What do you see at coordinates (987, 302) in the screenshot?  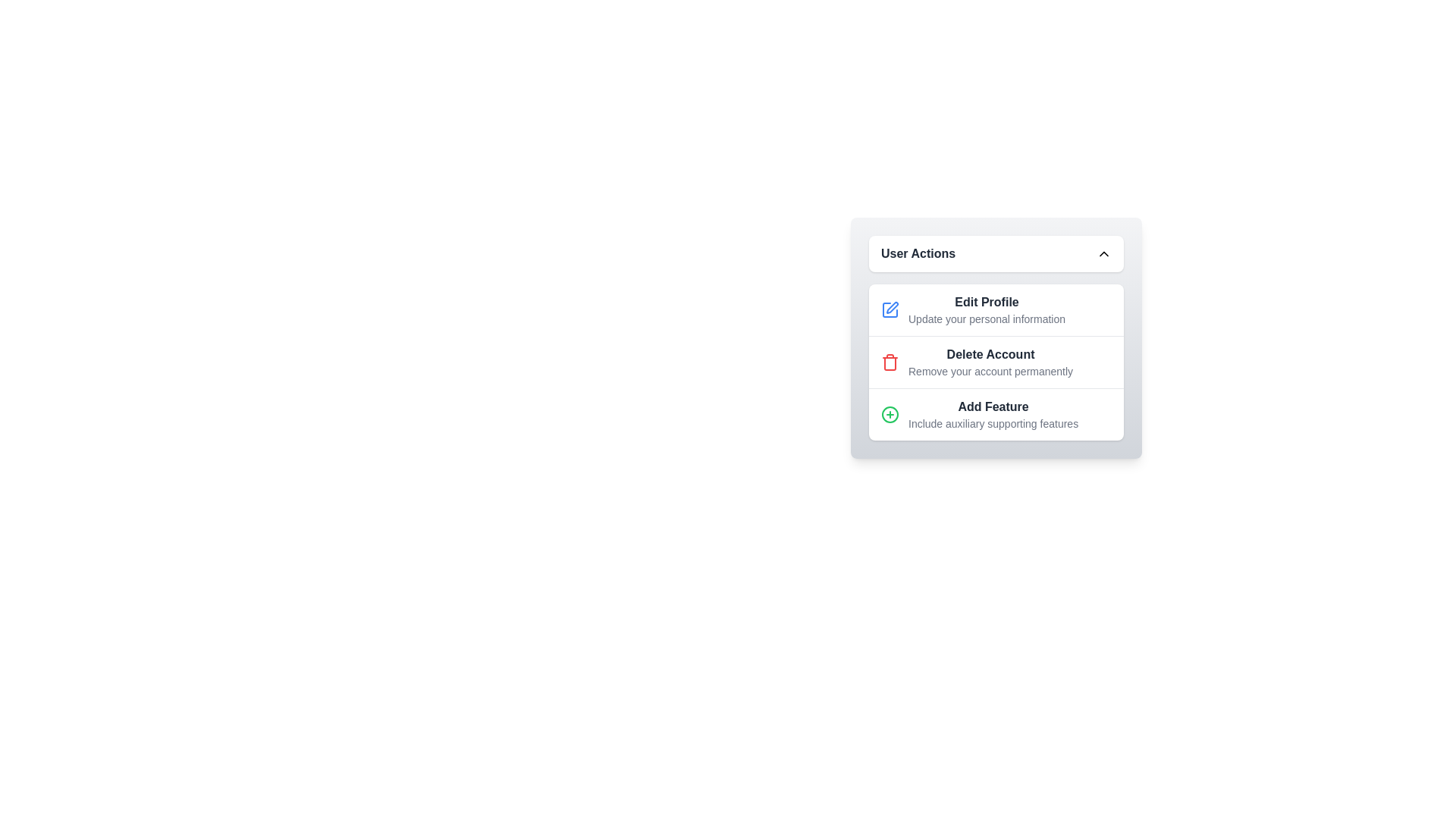 I see `the 'Edit Profile' text label, which is styled with a bold font and grayish-black color, located in the 'User Actions' panel` at bounding box center [987, 302].